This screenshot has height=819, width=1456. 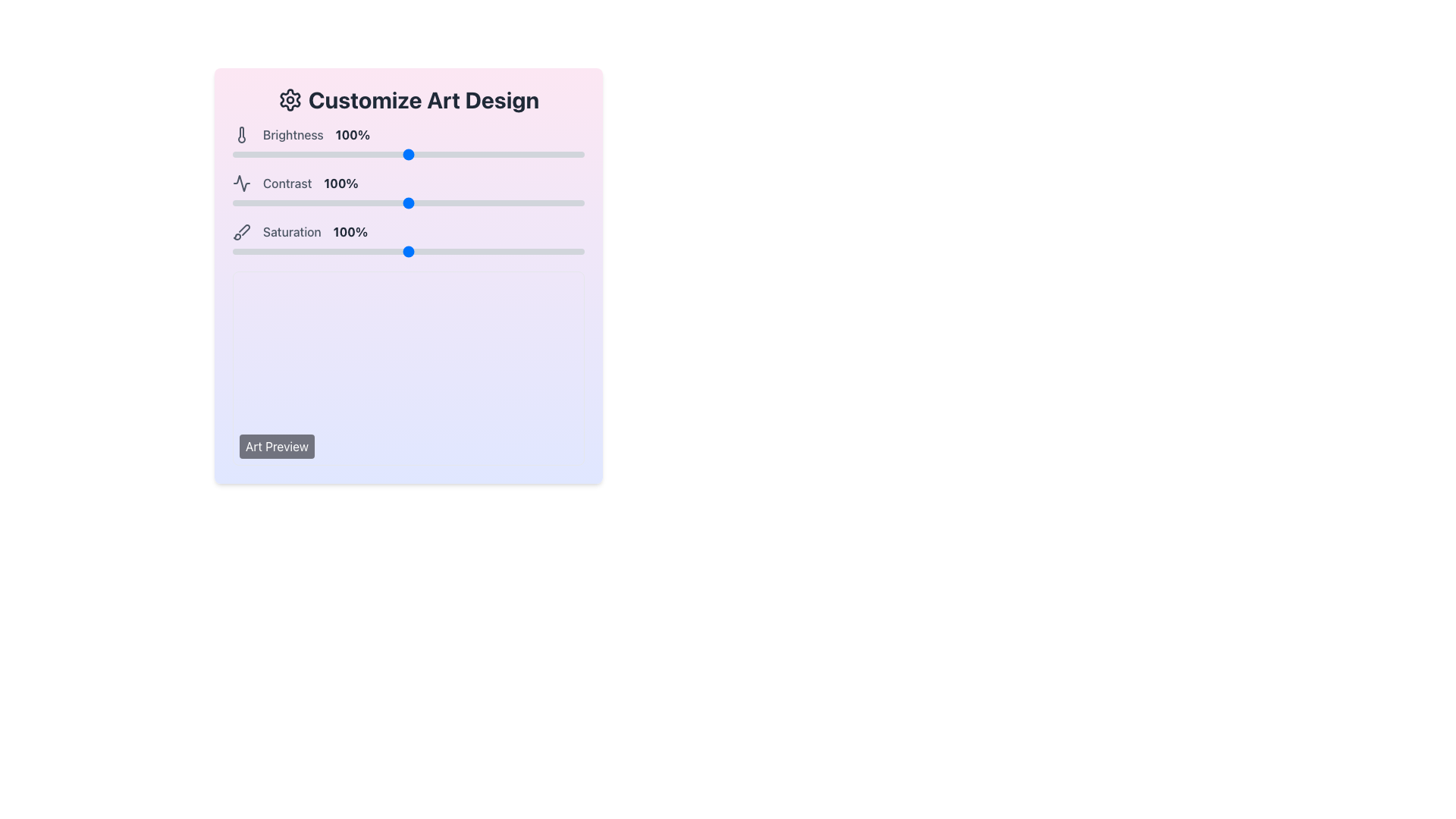 What do you see at coordinates (455, 250) in the screenshot?
I see `the saturation level` at bounding box center [455, 250].